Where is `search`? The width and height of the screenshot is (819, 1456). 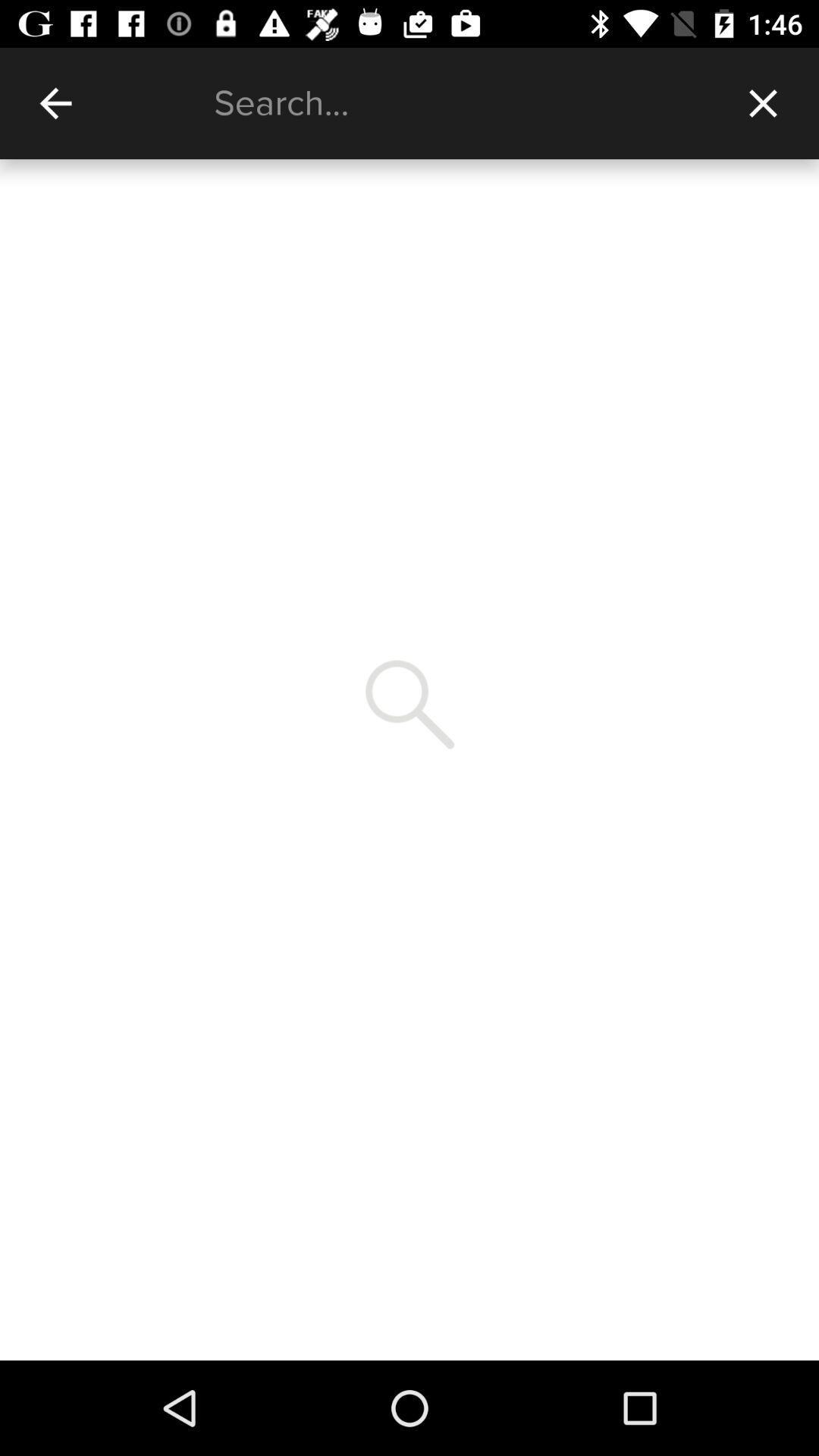 search is located at coordinates (460, 102).